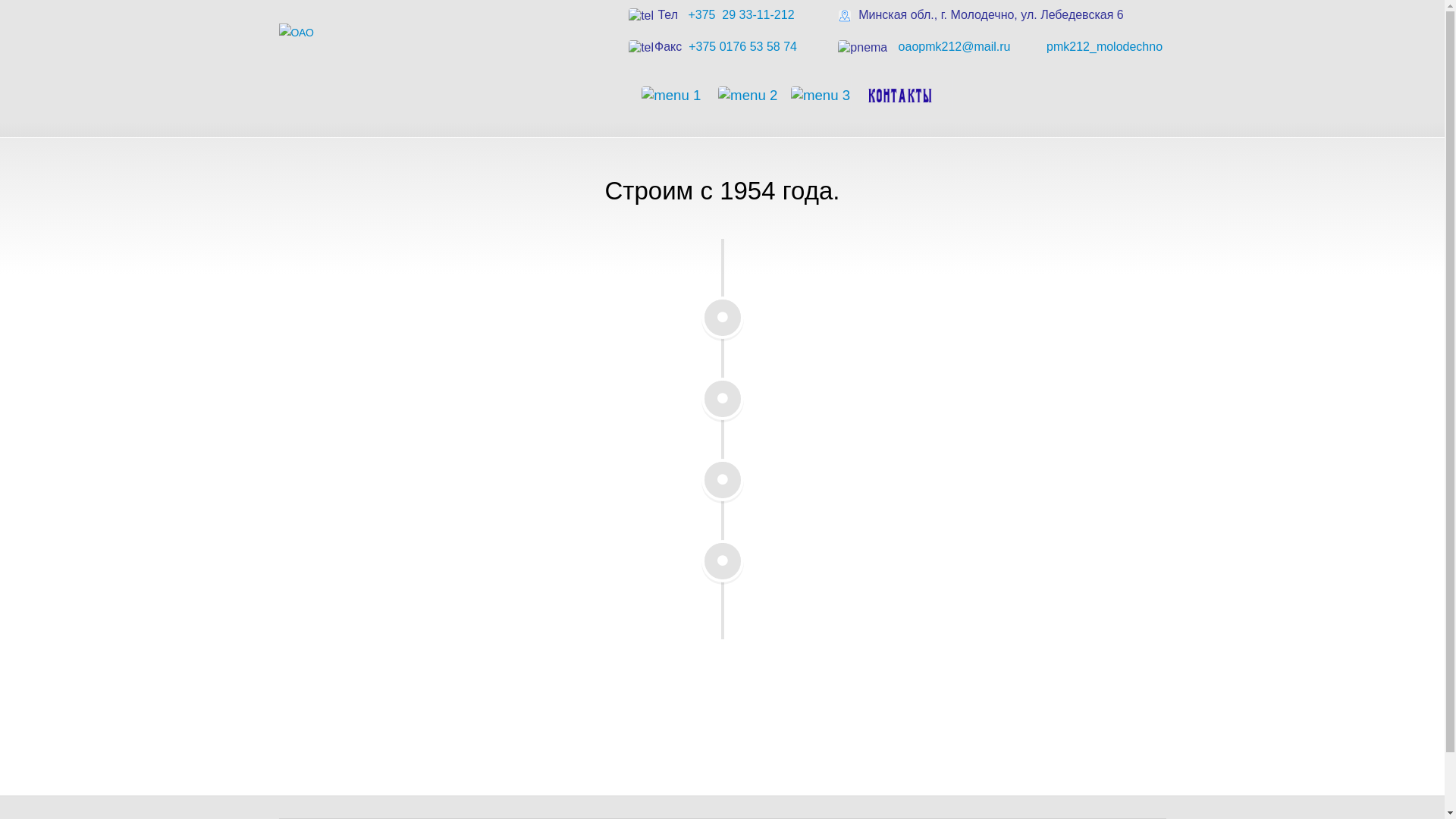  I want to click on '+375  29 33-11-212 ', so click(744, 14).